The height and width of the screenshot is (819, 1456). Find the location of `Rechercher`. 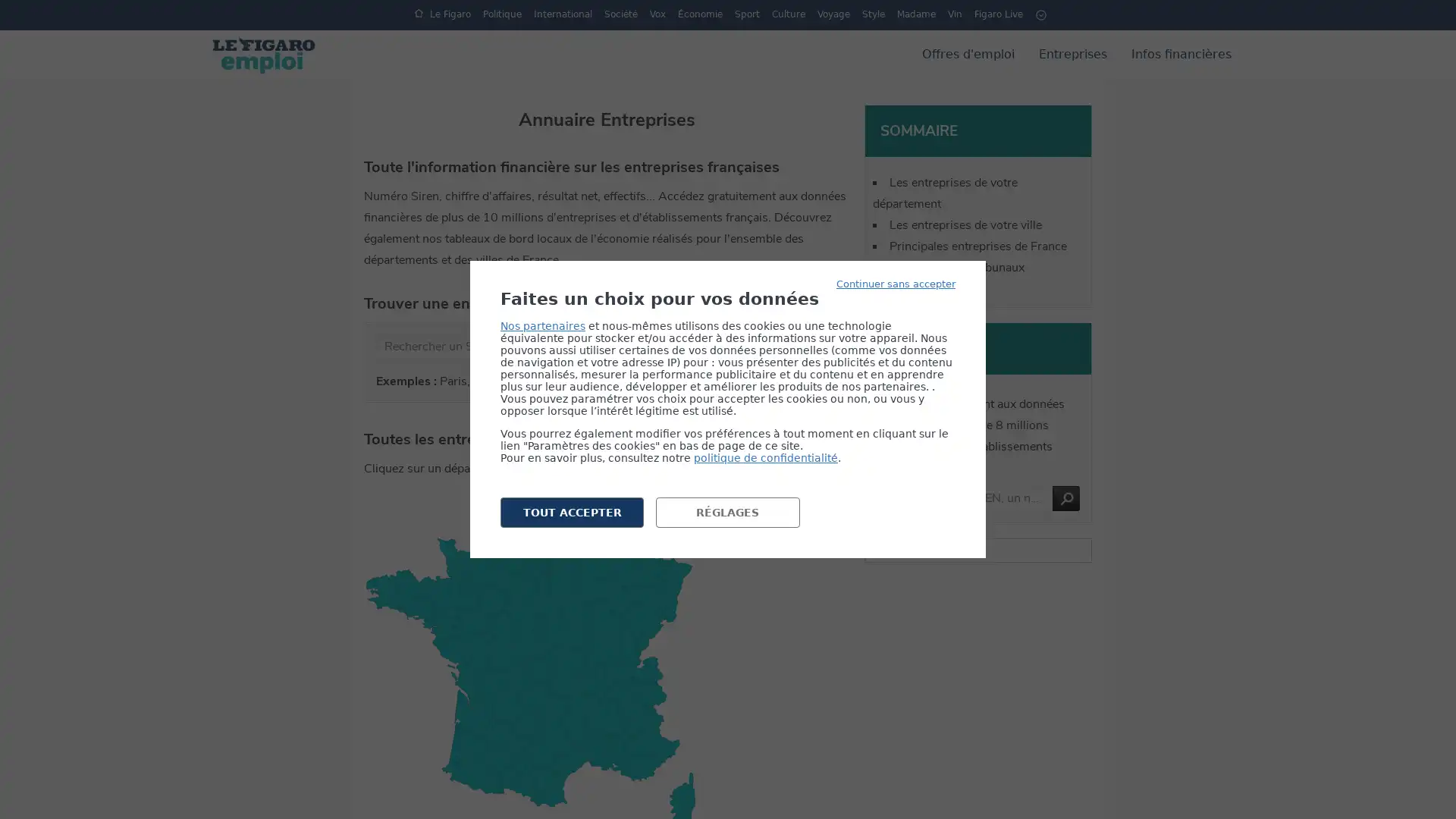

Rechercher is located at coordinates (1065, 498).